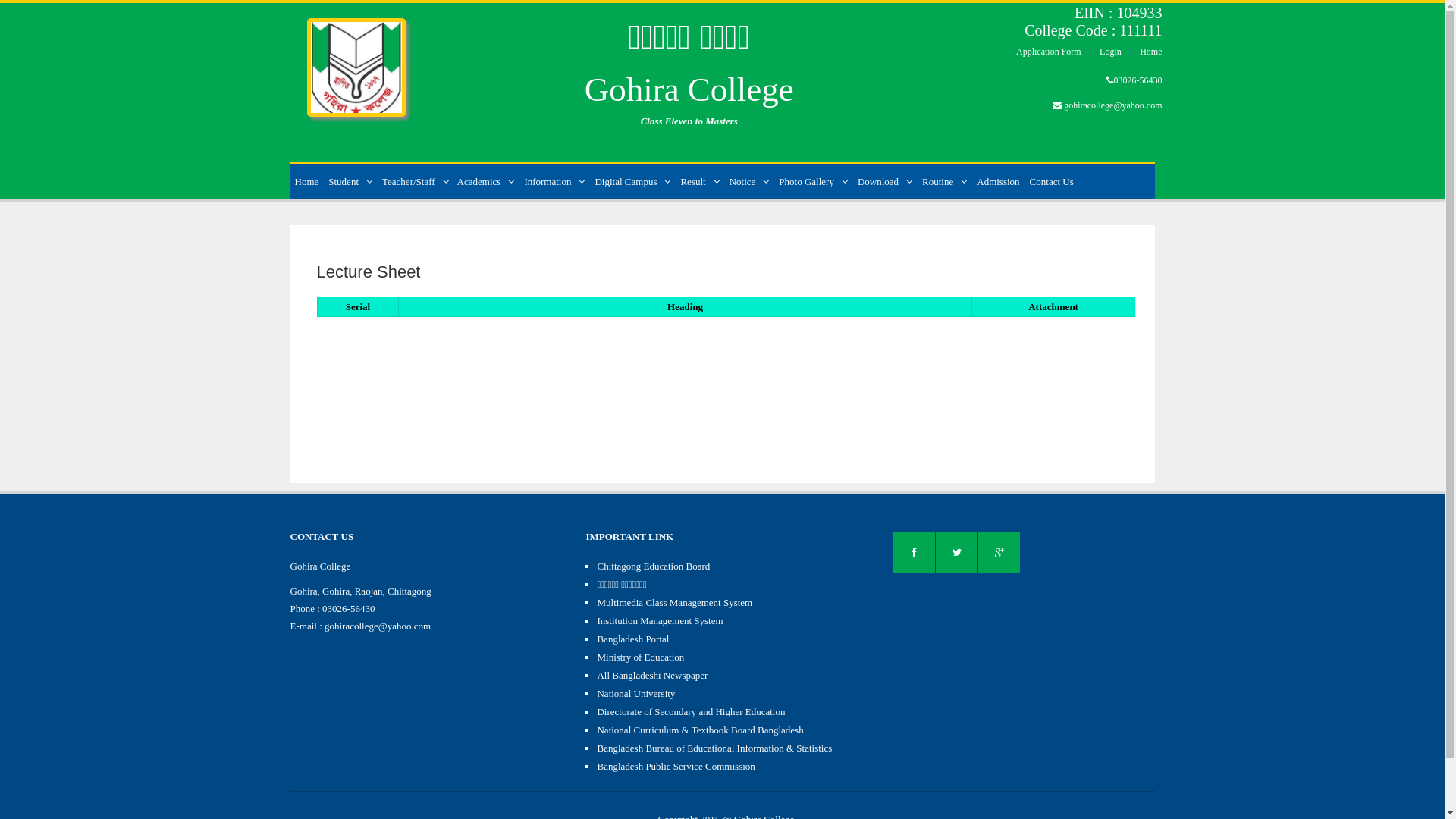 This screenshot has height=819, width=1456. Describe the element at coordinates (690, 711) in the screenshot. I see `'Directorate of Secondary and Higher Education'` at that location.